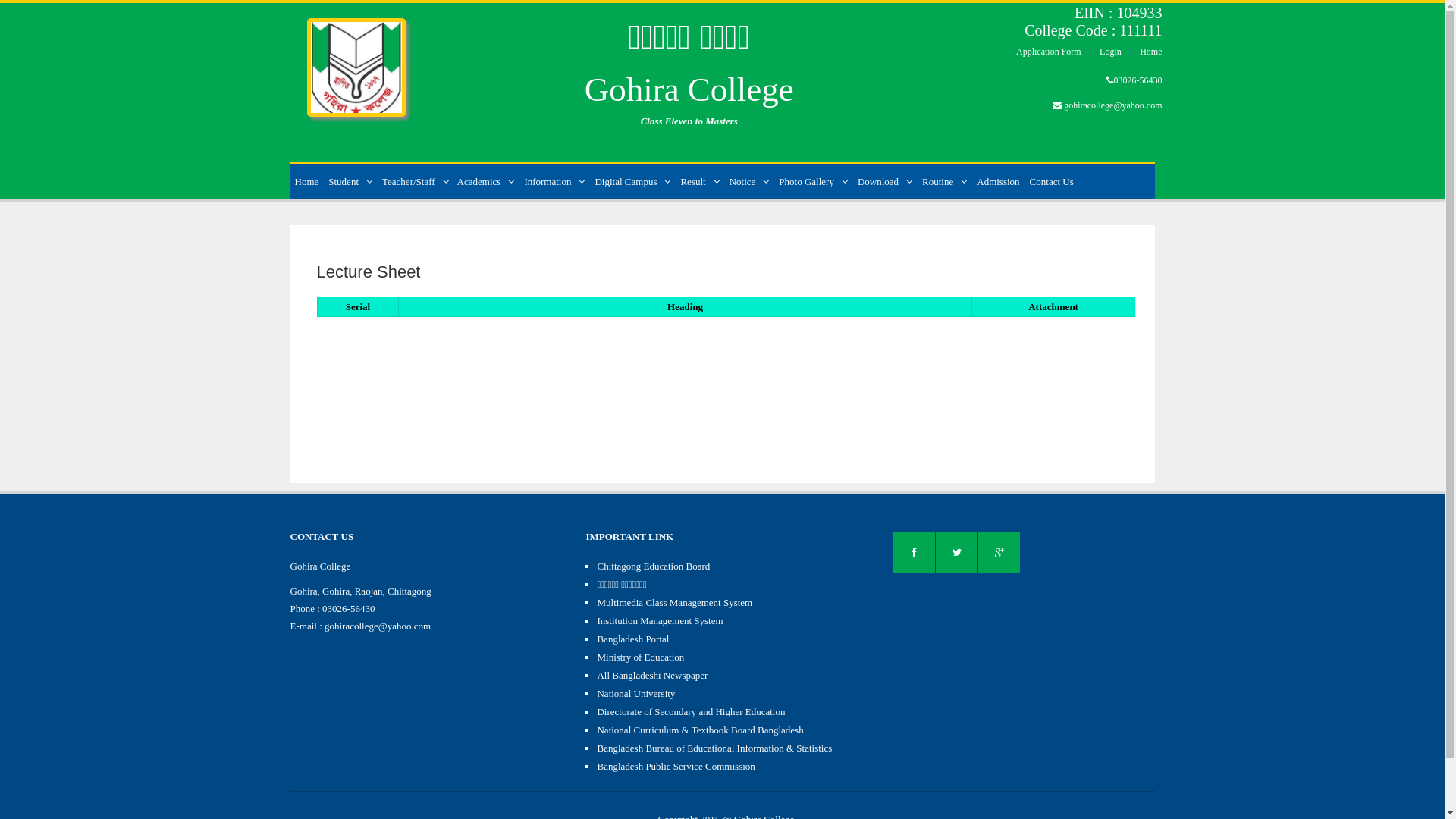 This screenshot has height=819, width=1456. Describe the element at coordinates (690, 711) in the screenshot. I see `'Directorate of Secondary and Higher Education'` at that location.